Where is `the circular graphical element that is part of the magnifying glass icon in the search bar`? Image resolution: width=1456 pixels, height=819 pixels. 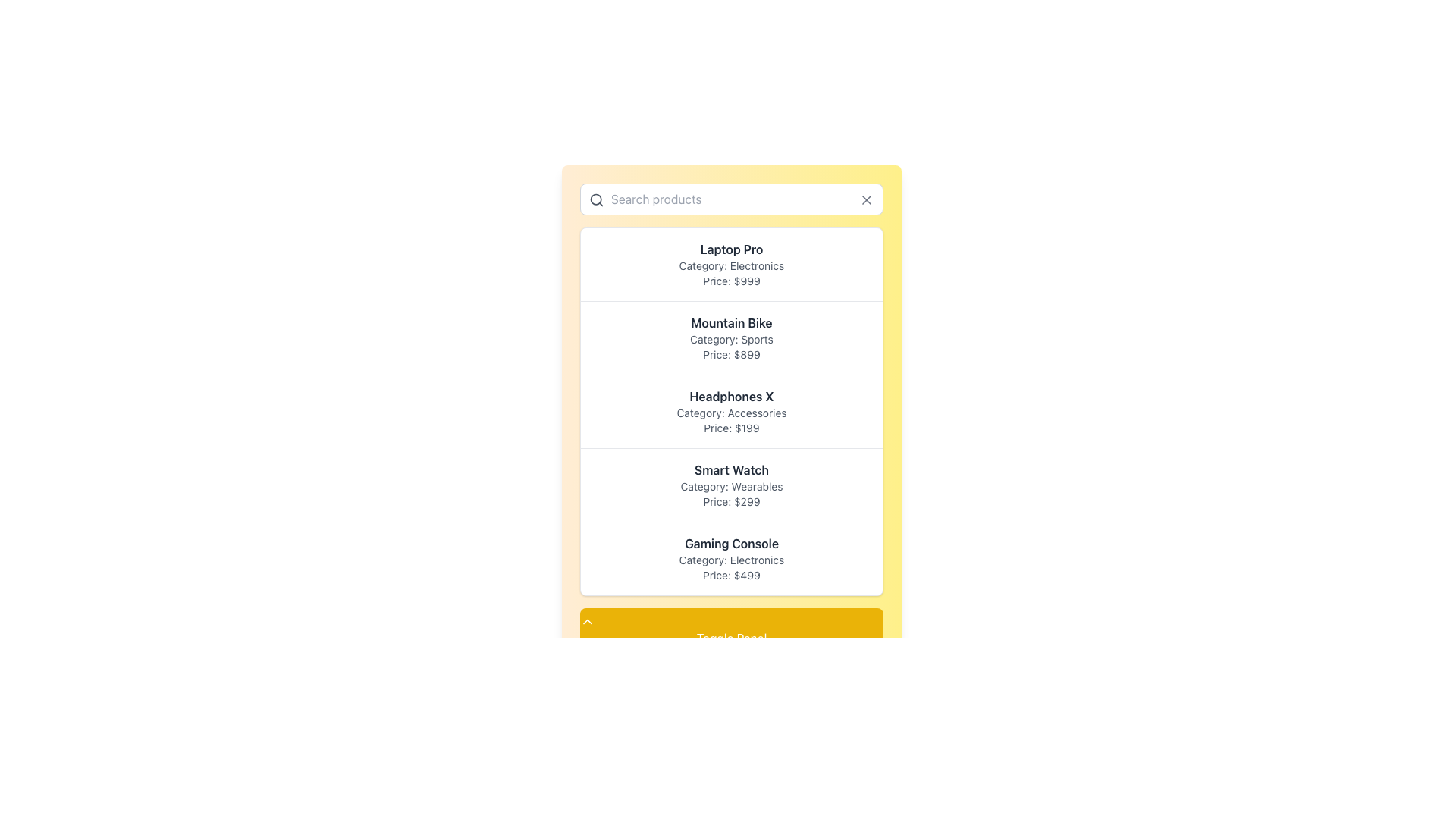 the circular graphical element that is part of the magnifying glass icon in the search bar is located at coordinates (595, 199).